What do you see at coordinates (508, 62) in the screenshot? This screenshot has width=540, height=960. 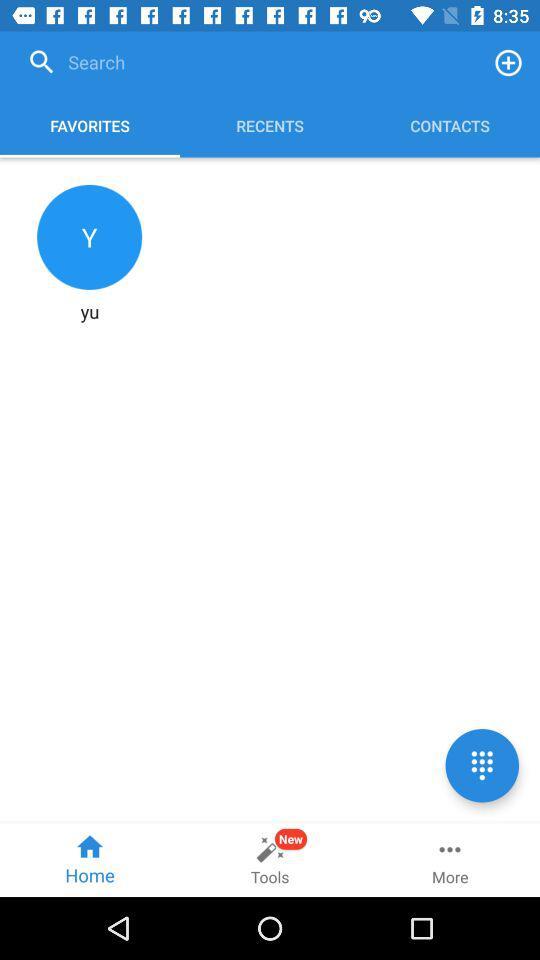 I see `a plus sign symbol for adding a contact` at bounding box center [508, 62].